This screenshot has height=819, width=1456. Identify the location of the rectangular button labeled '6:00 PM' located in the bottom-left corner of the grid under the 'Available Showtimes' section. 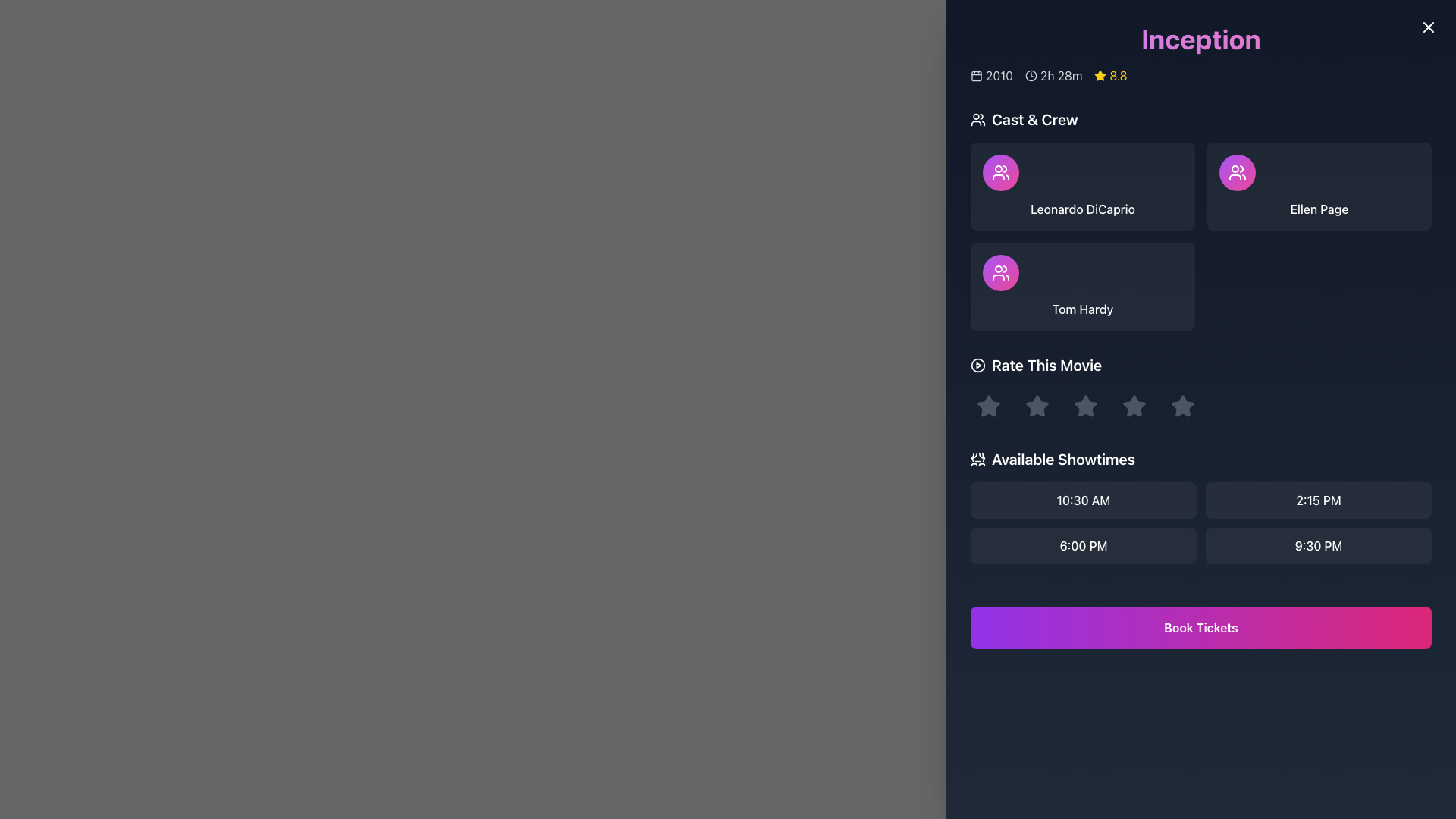
(1083, 546).